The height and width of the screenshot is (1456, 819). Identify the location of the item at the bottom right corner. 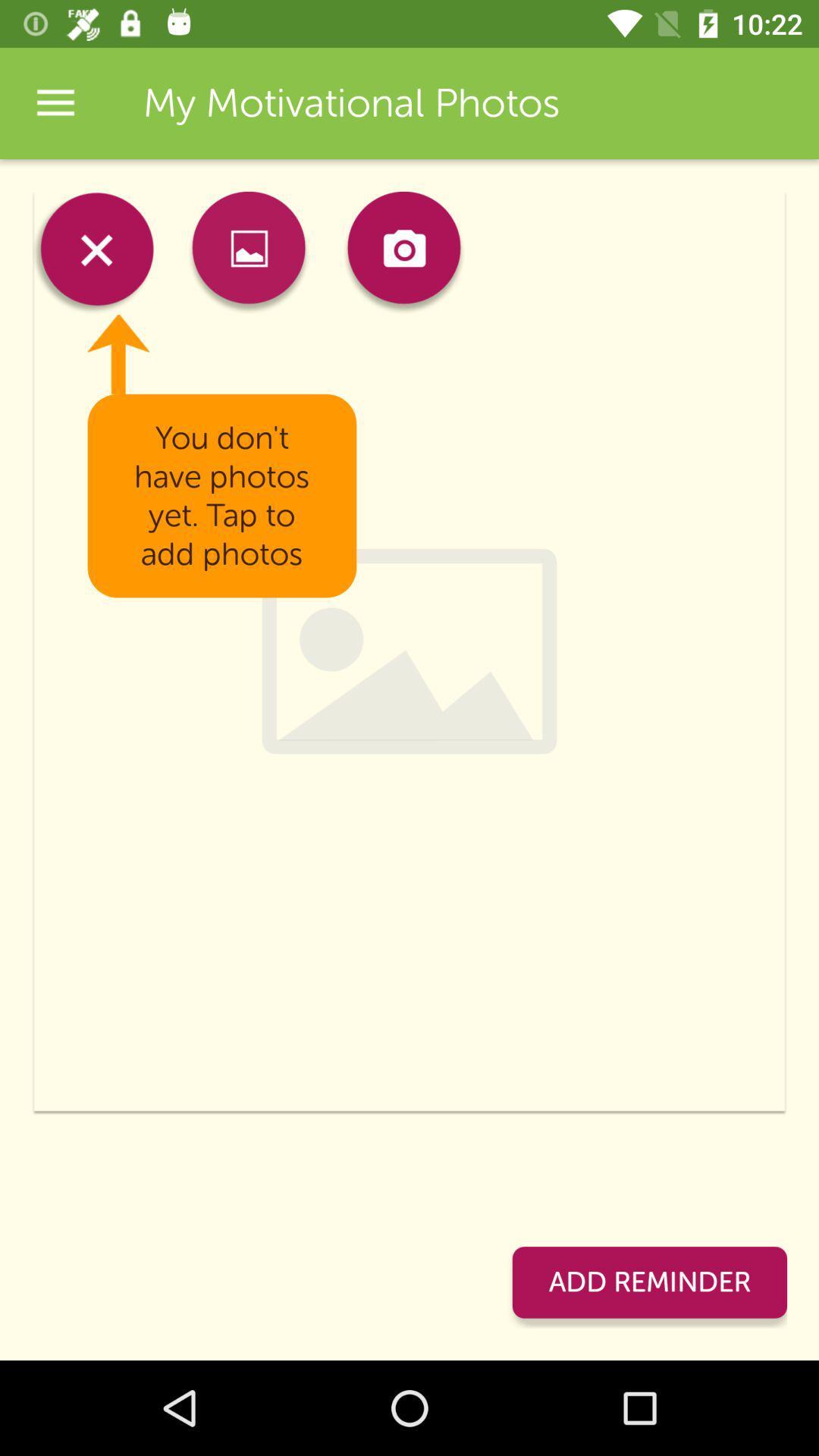
(648, 1282).